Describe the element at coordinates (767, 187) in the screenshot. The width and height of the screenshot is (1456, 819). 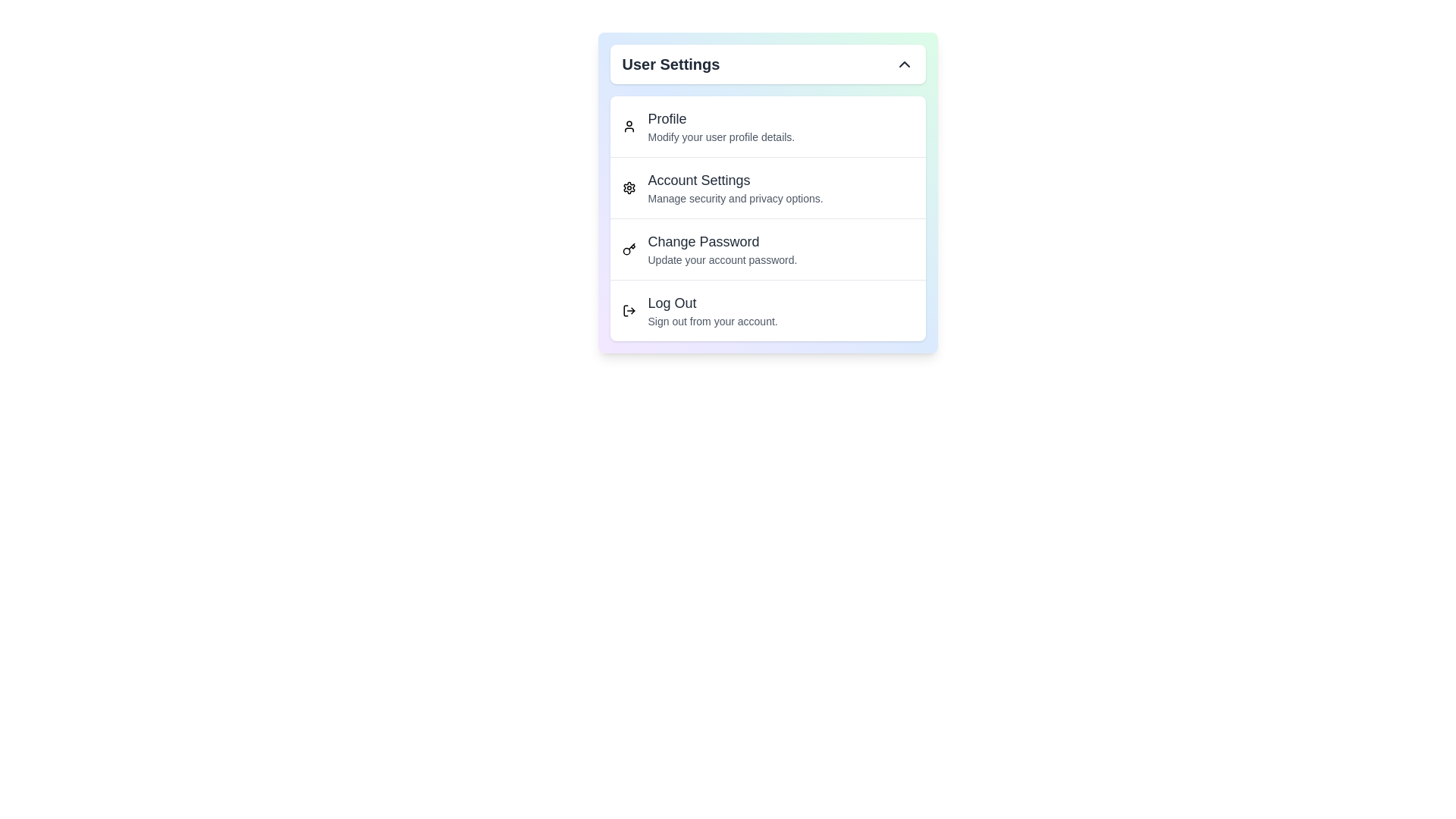
I see `the menu option Account Settings` at that location.